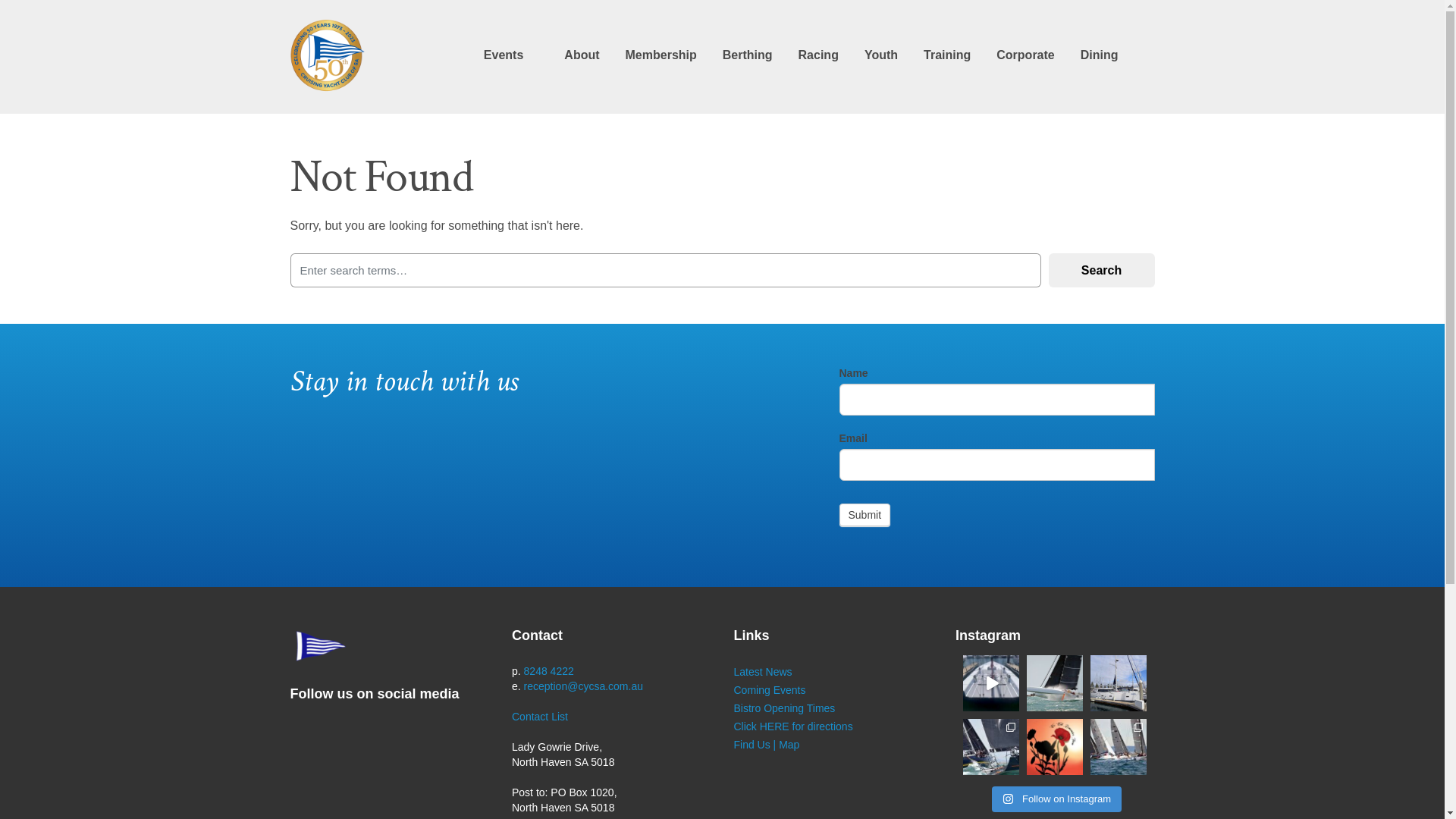  Describe the element at coordinates (792, 725) in the screenshot. I see `'Click HERE for directions'` at that location.